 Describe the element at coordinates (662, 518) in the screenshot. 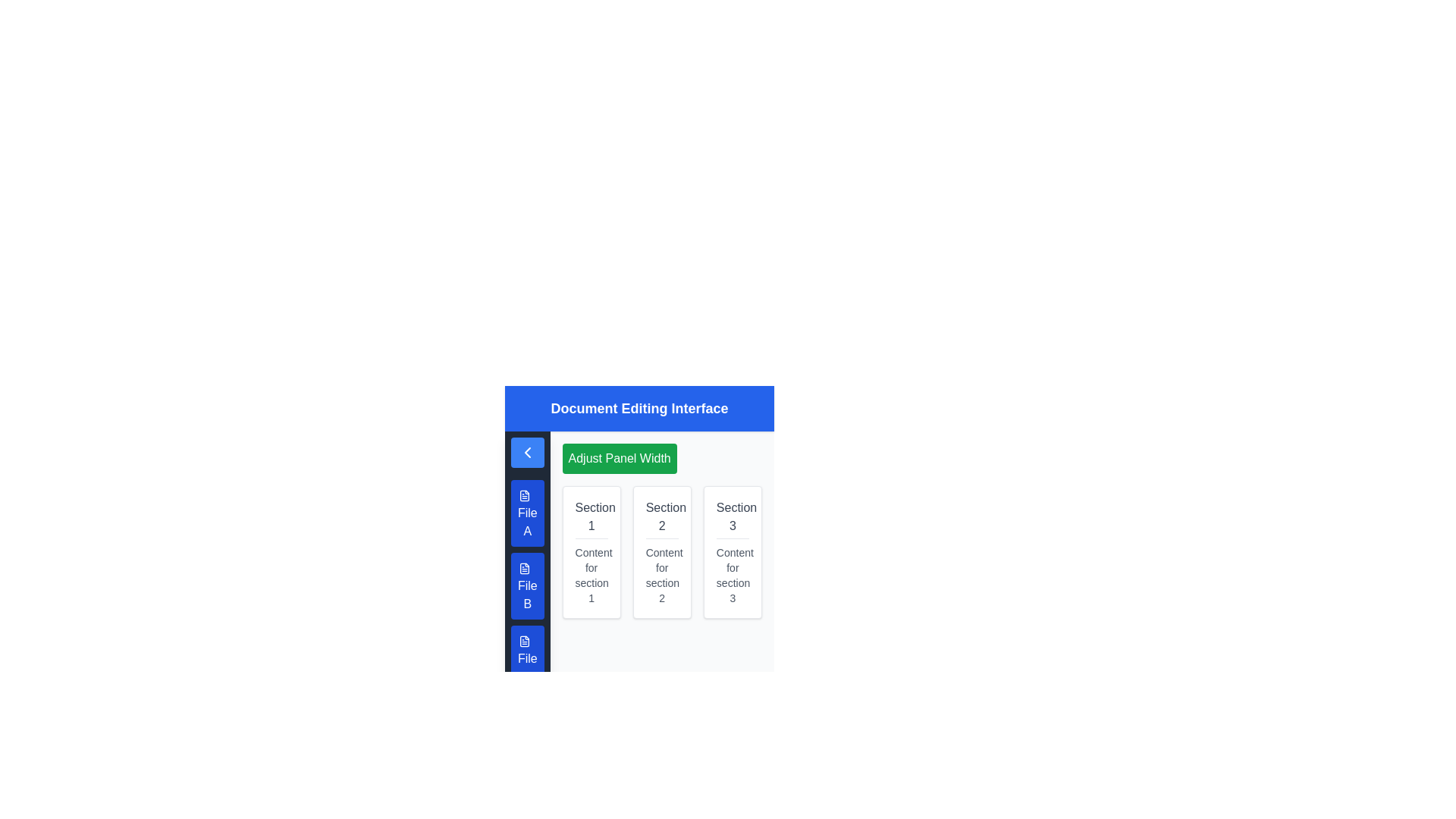

I see `the Text Label that serves as the heading for the associated card, positioned at the center of the card list` at that location.